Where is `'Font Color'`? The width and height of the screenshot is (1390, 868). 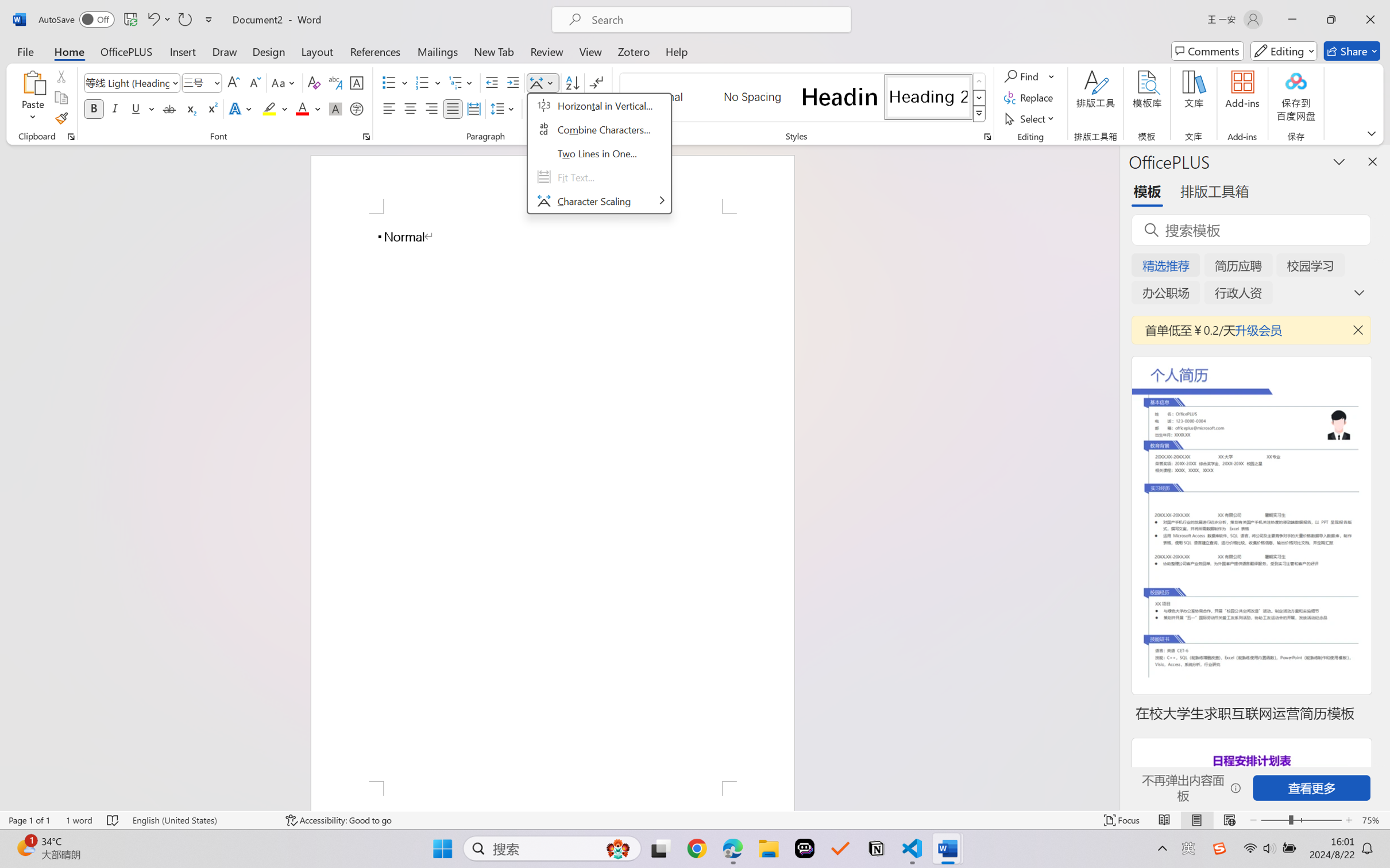 'Font Color' is located at coordinates (308, 108).